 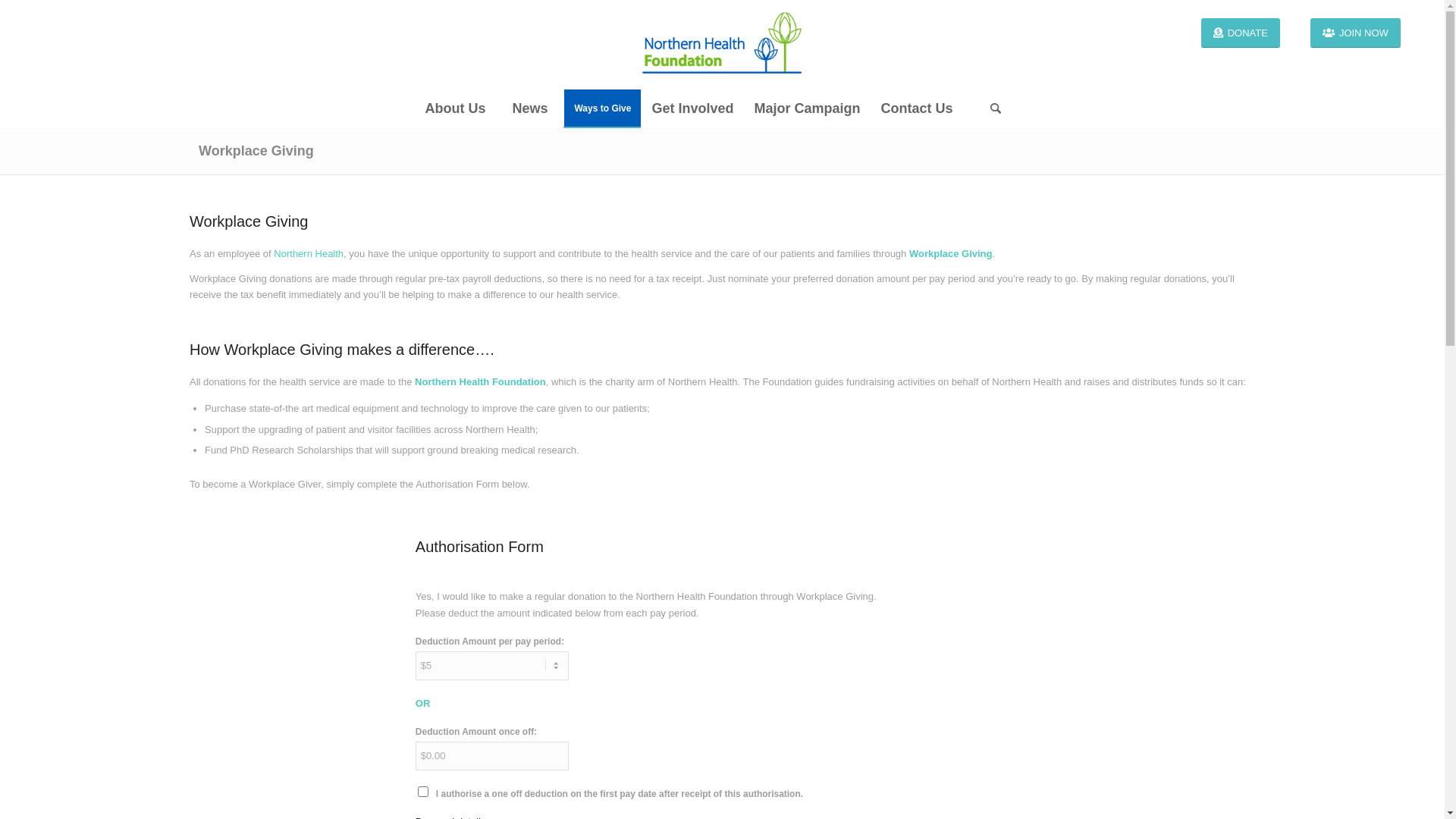 What do you see at coordinates (453, 107) in the screenshot?
I see `'About Us'` at bounding box center [453, 107].